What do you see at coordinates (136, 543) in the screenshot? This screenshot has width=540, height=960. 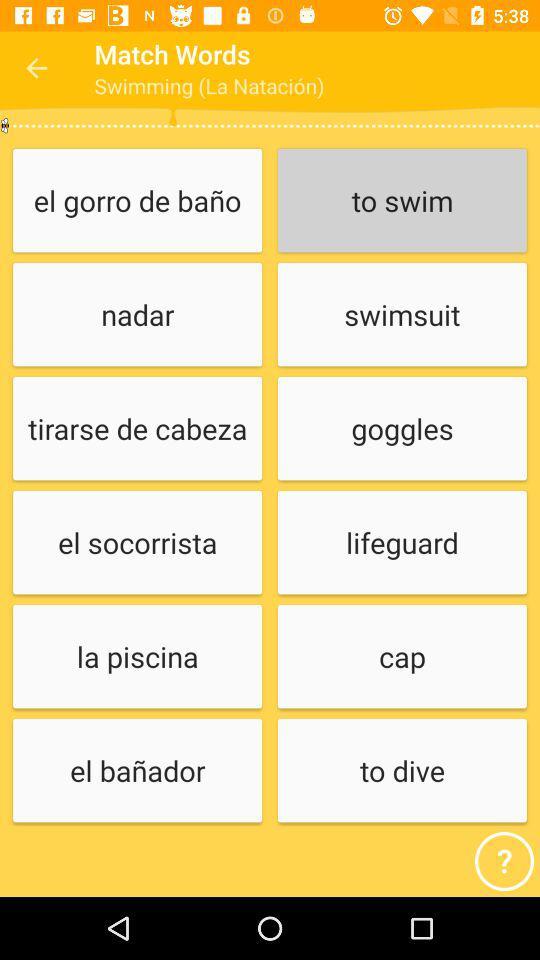 I see `icon below tirarse de cabeza icon` at bounding box center [136, 543].